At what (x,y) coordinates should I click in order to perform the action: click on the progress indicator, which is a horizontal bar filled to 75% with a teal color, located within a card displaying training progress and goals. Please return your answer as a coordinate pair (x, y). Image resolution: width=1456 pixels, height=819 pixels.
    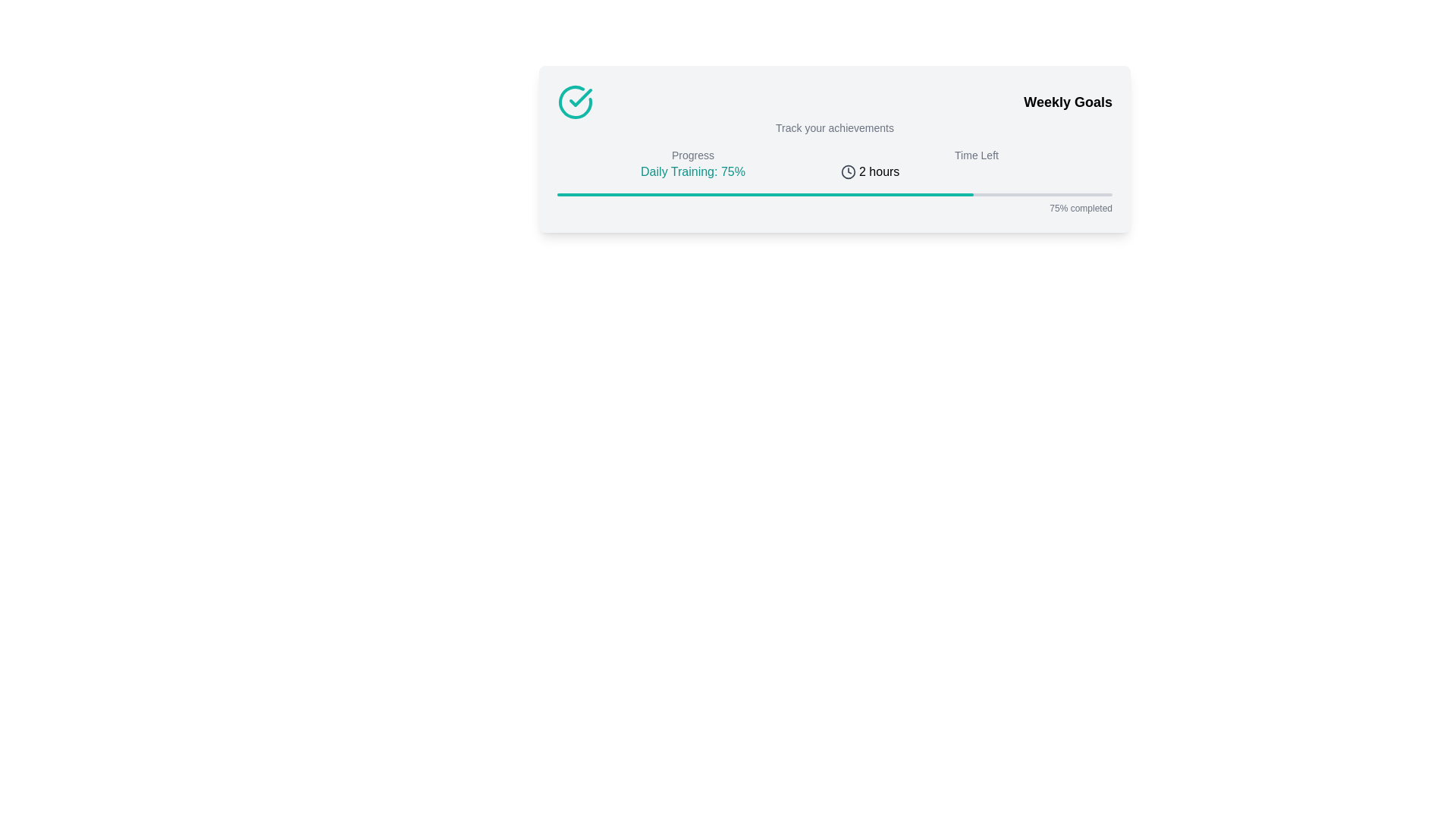
    Looking at the image, I should click on (765, 194).